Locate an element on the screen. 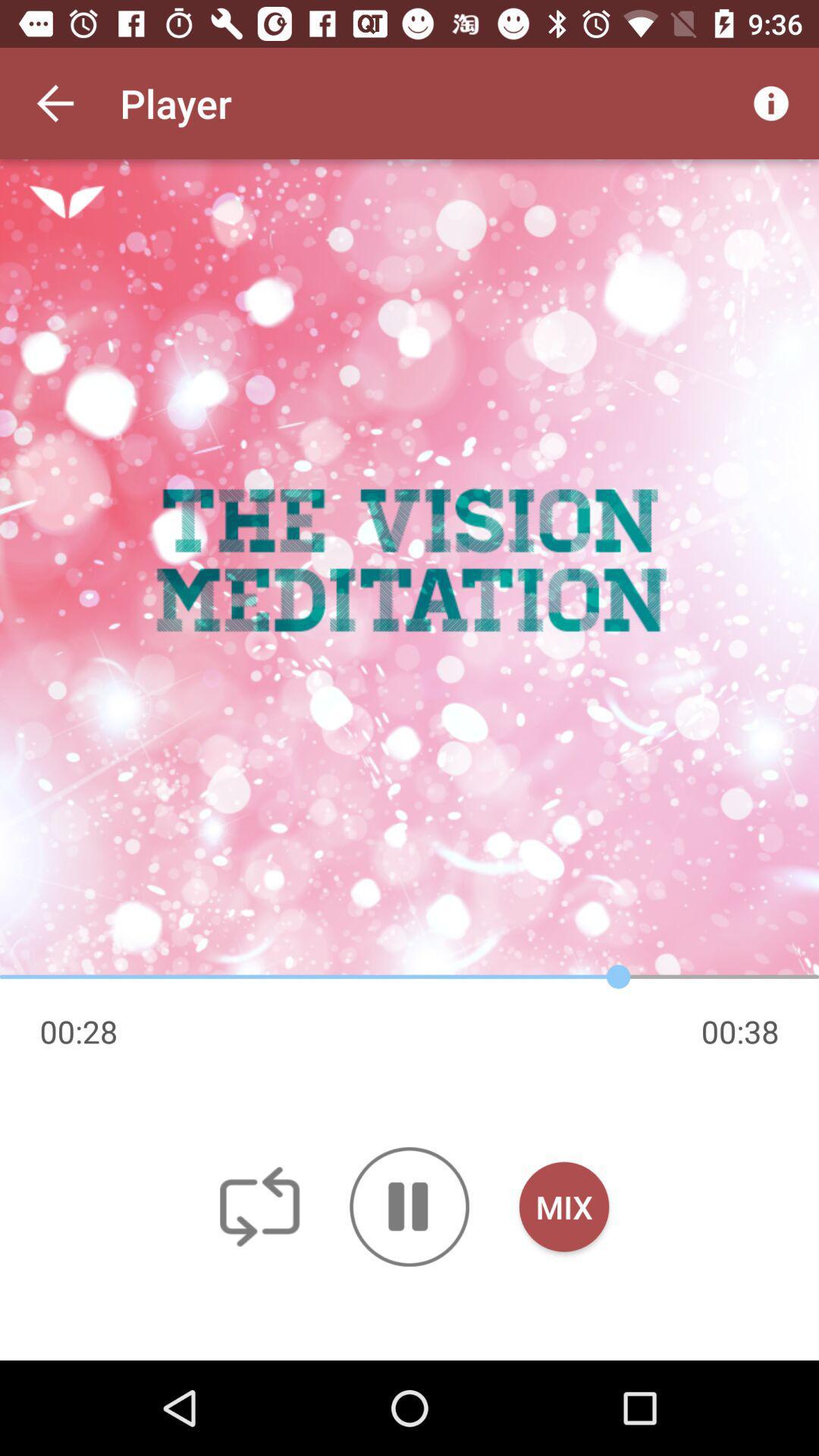 Image resolution: width=819 pixels, height=1456 pixels. app next to player app is located at coordinates (771, 102).